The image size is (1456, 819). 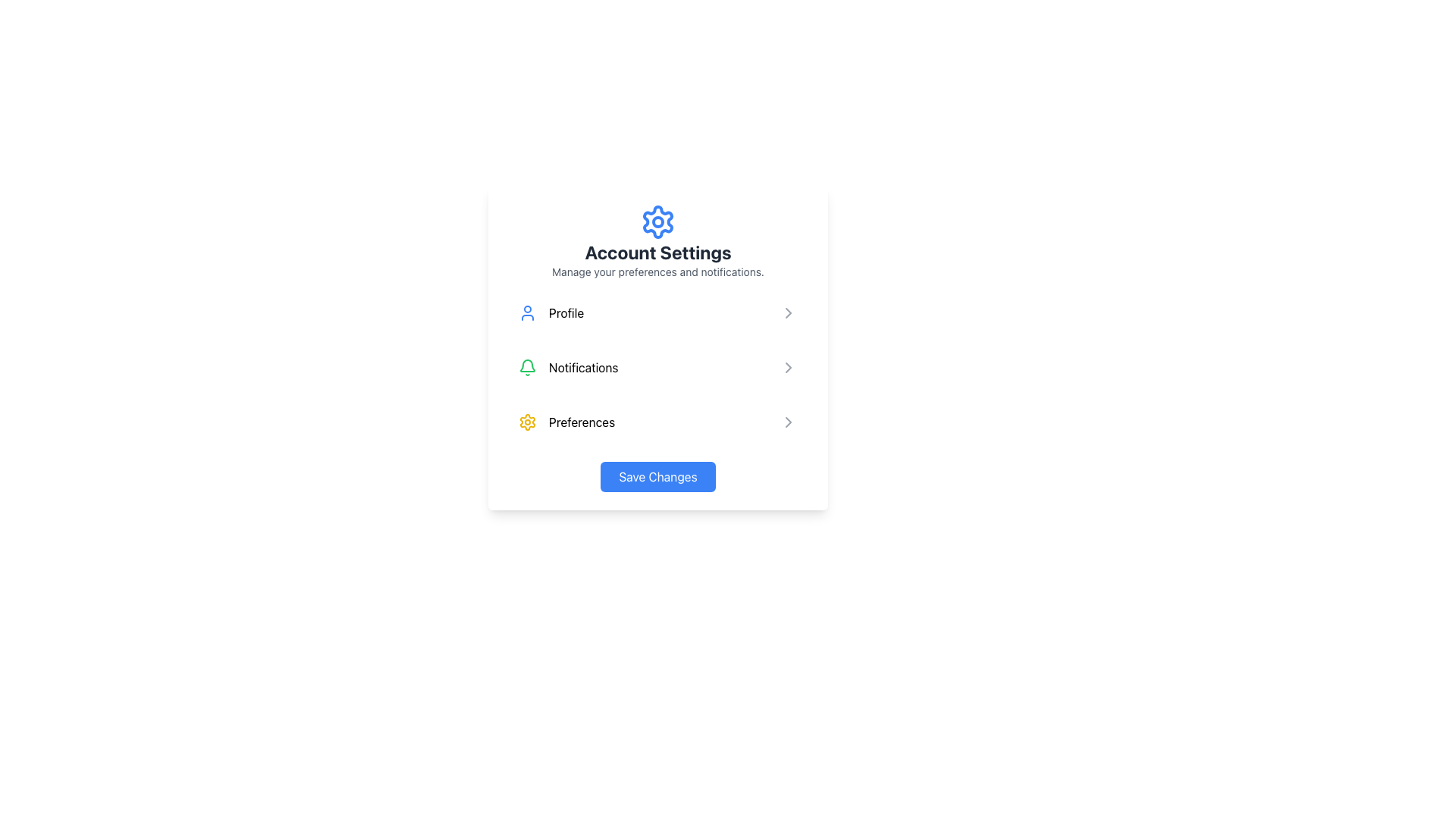 What do you see at coordinates (789, 312) in the screenshot?
I see `the right-facing chevron icon button located on the right side of the 'Notifications' list item` at bounding box center [789, 312].